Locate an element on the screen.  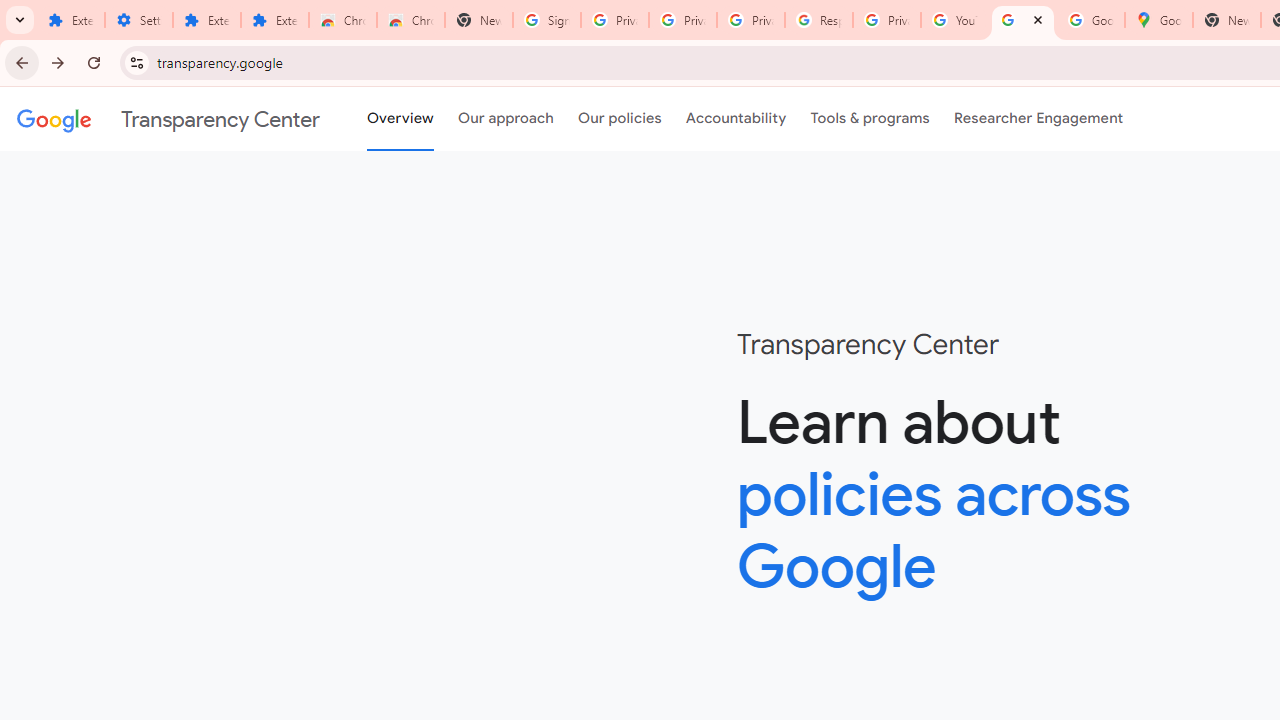
'Sign in - Google Accounts' is located at coordinates (547, 20).